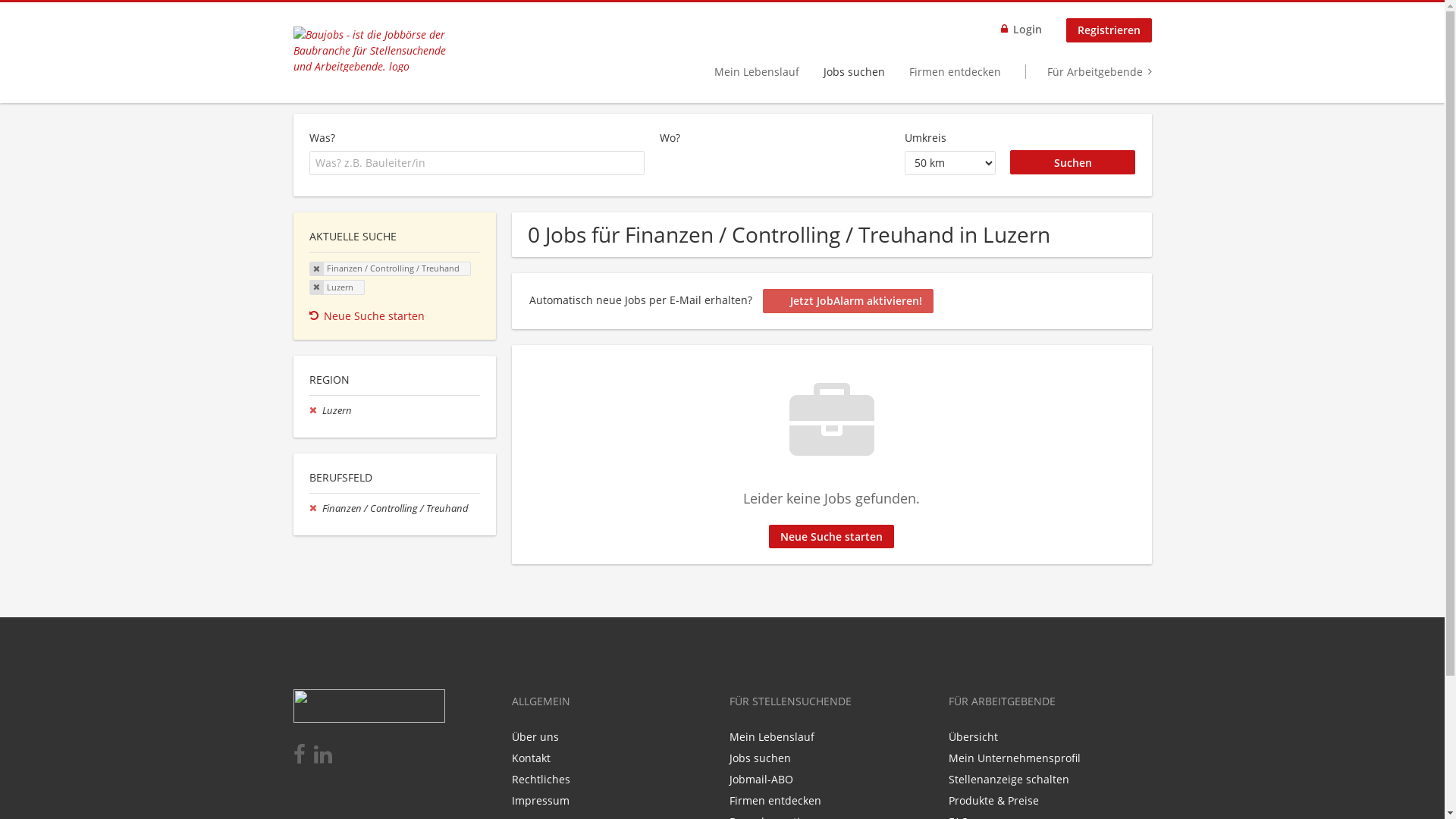 This screenshot has height=819, width=1456. I want to click on 'Jobs suchen', so click(760, 758).